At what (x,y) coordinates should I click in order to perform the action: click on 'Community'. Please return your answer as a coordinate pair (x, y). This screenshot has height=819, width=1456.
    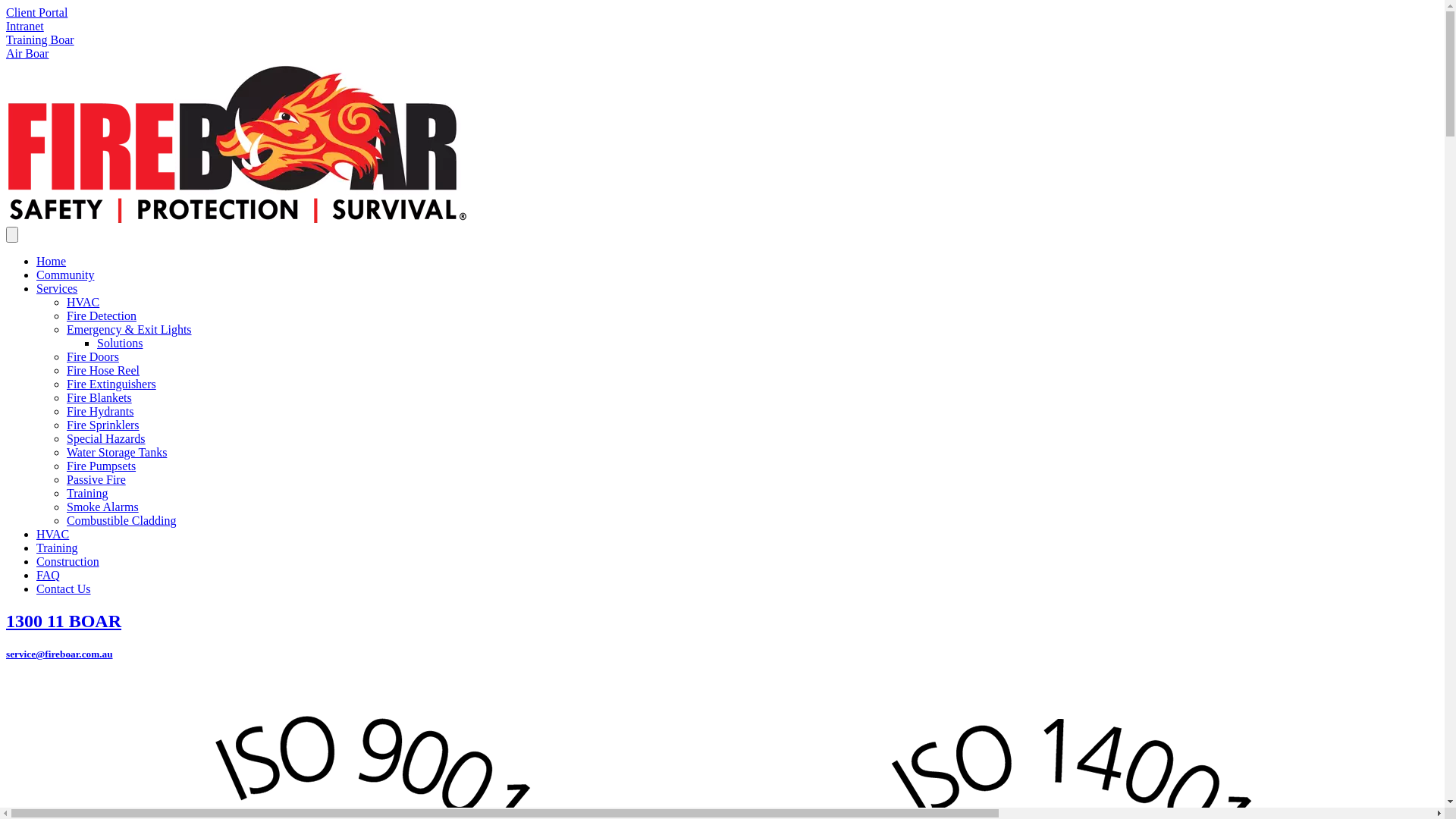
    Looking at the image, I should click on (36, 275).